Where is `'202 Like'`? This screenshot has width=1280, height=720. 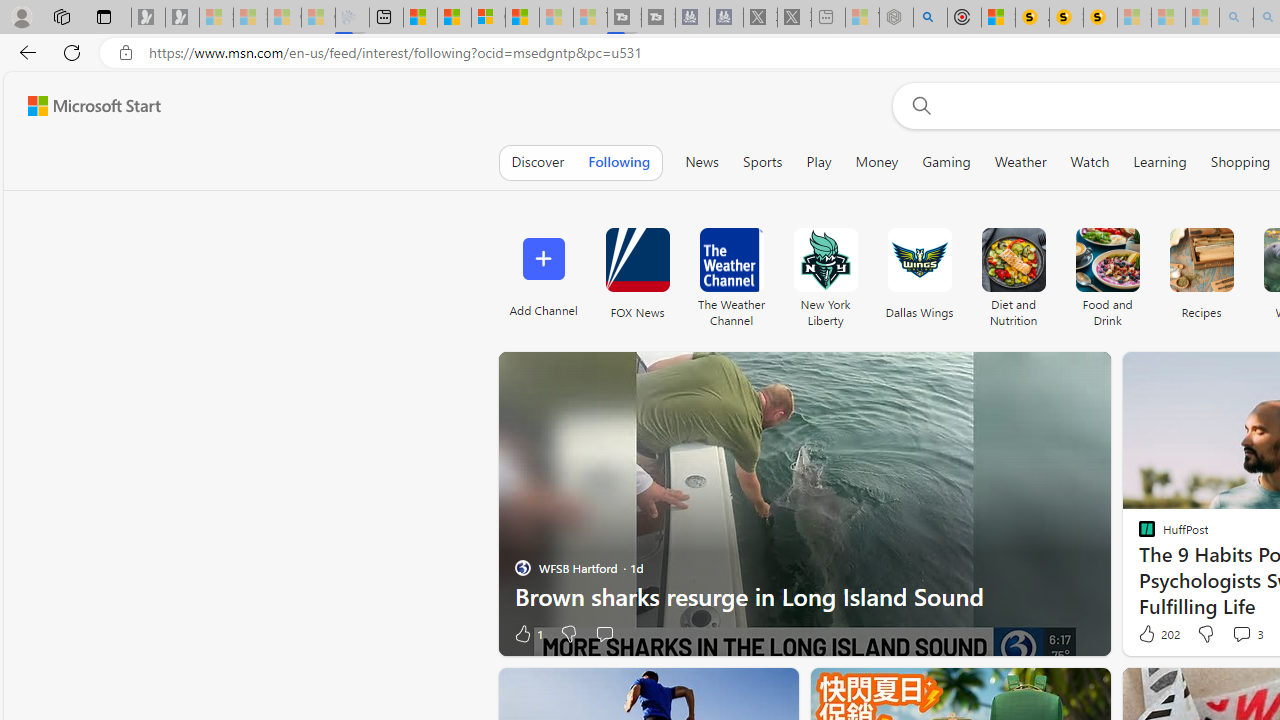
'202 Like' is located at coordinates (1157, 633).